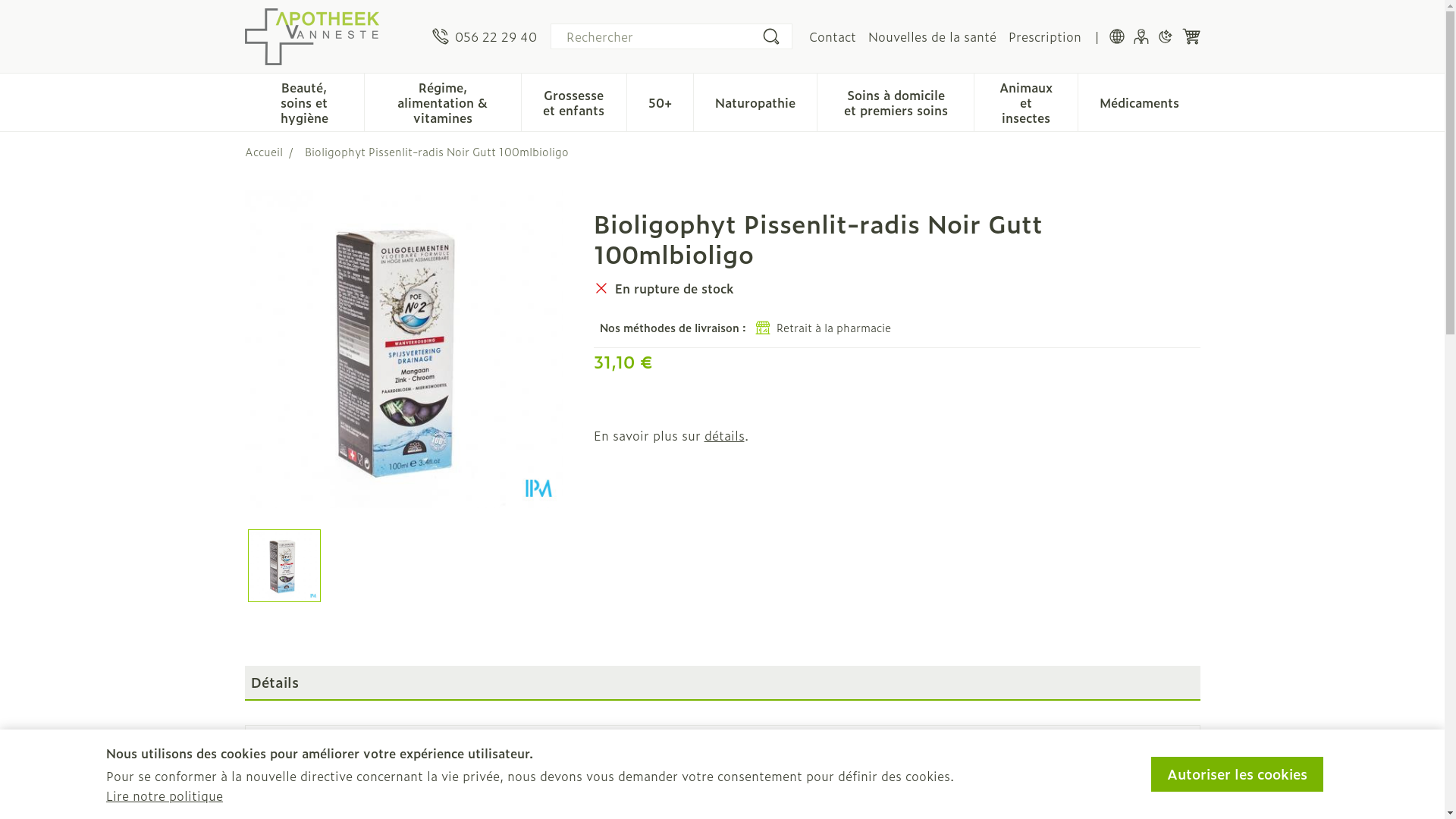 The image size is (1456, 819). What do you see at coordinates (1164, 35) in the screenshot?
I see `'Mode sombre'` at bounding box center [1164, 35].